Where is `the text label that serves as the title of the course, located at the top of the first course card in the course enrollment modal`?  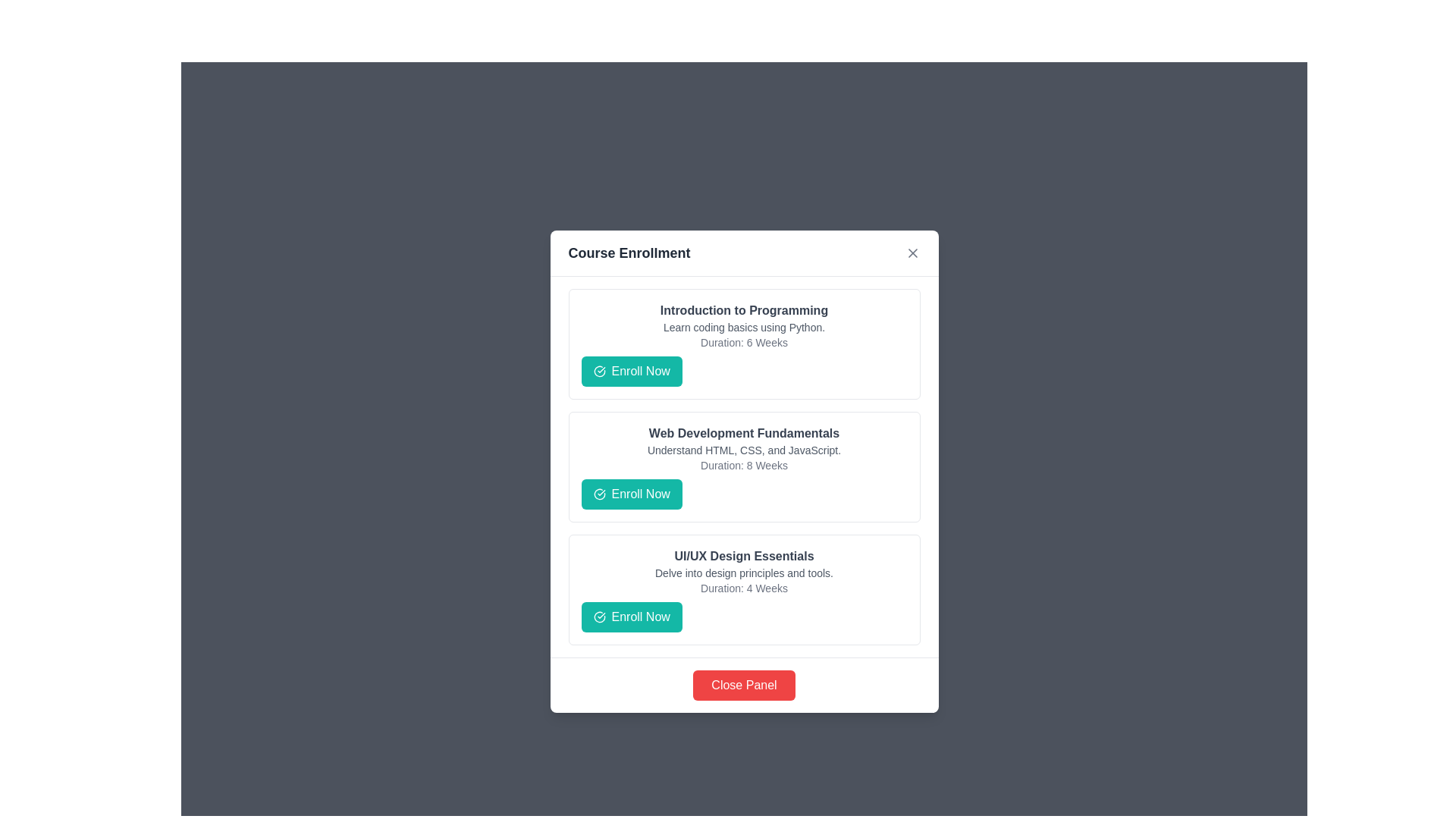
the text label that serves as the title of the course, located at the top of the first course card in the course enrollment modal is located at coordinates (744, 309).